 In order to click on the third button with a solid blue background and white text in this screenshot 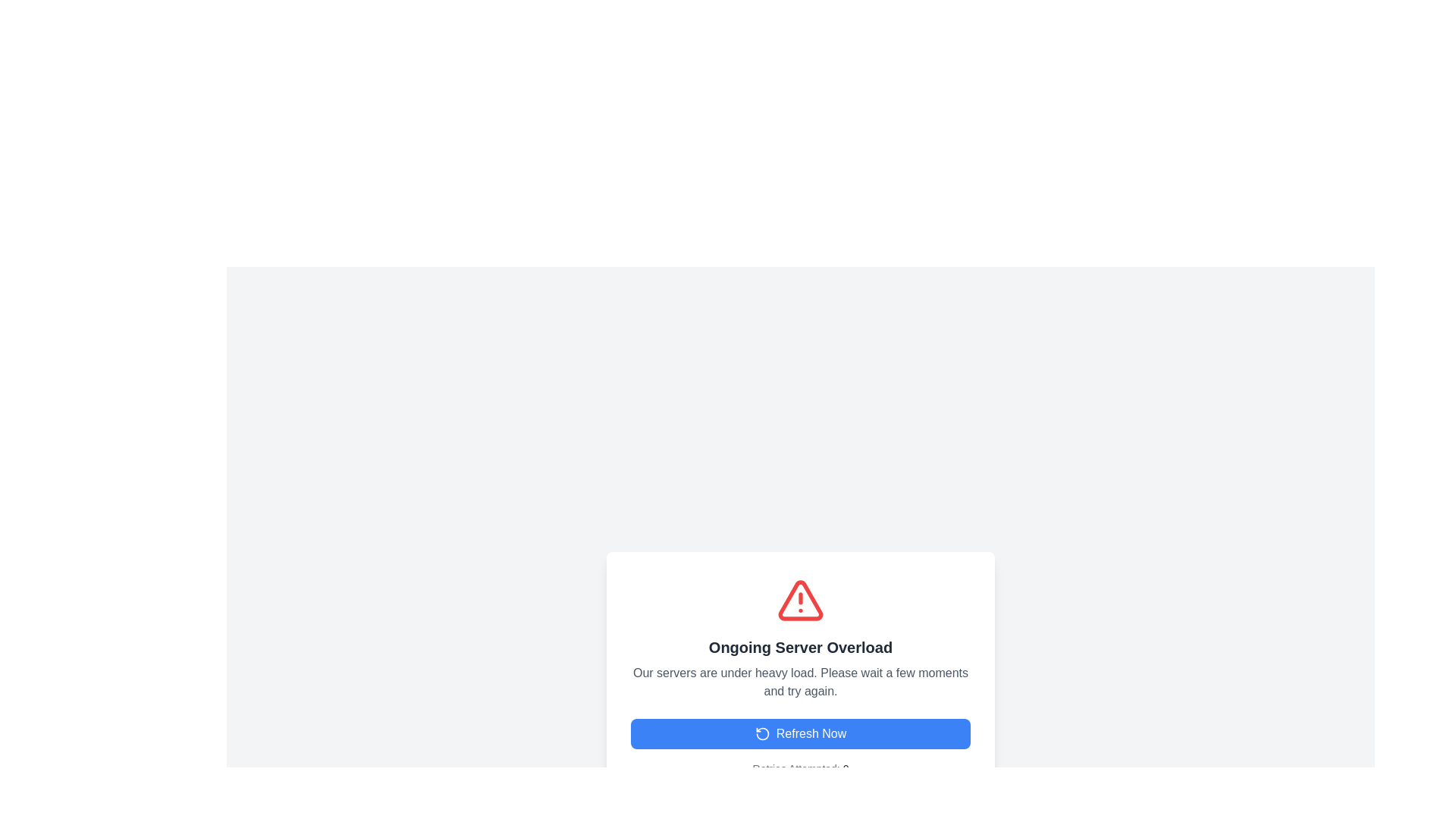, I will do `click(800, 733)`.